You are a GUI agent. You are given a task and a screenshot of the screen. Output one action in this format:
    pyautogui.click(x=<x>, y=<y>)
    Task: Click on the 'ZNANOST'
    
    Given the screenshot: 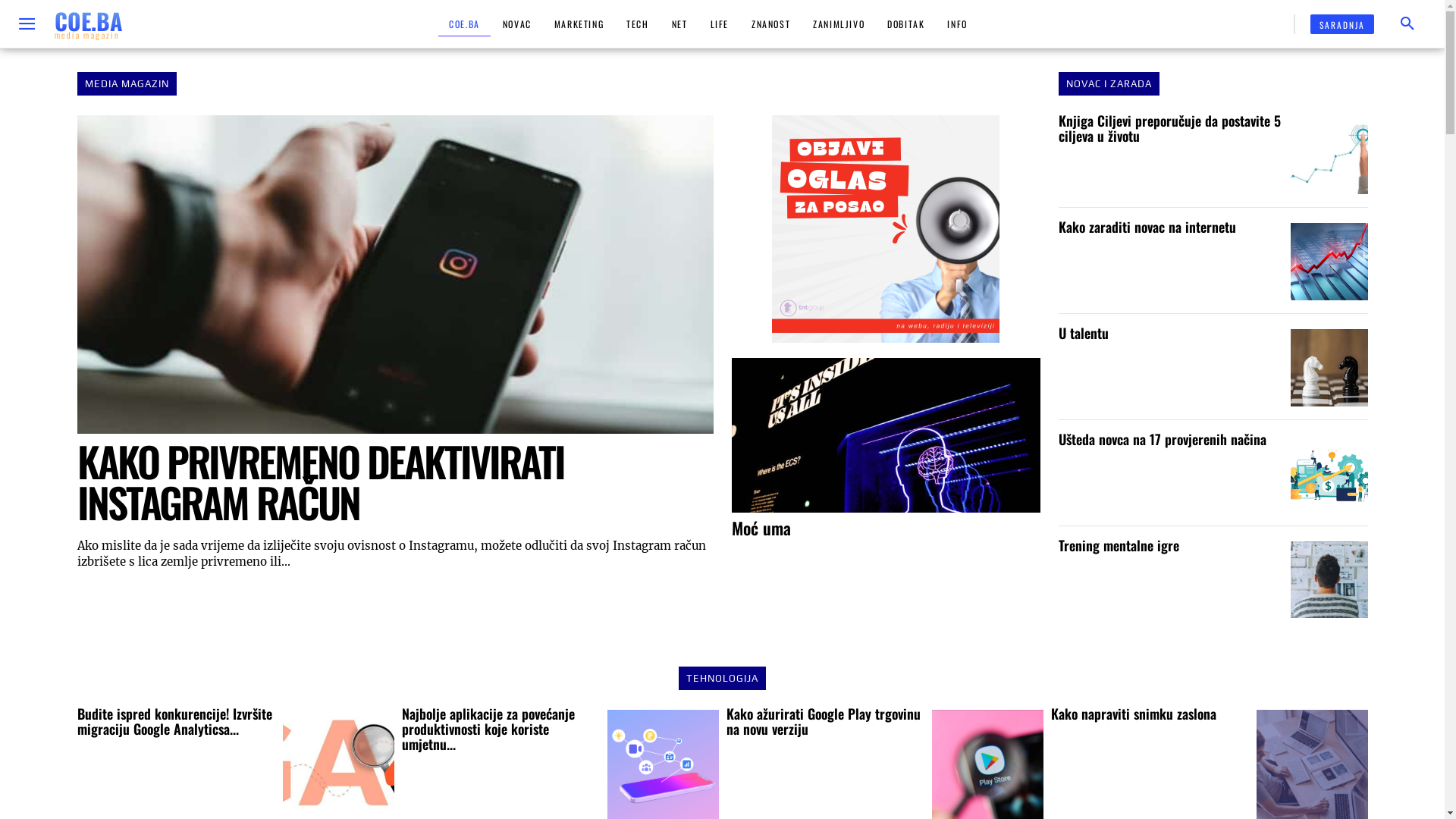 What is the action you would take?
    pyautogui.click(x=741, y=24)
    